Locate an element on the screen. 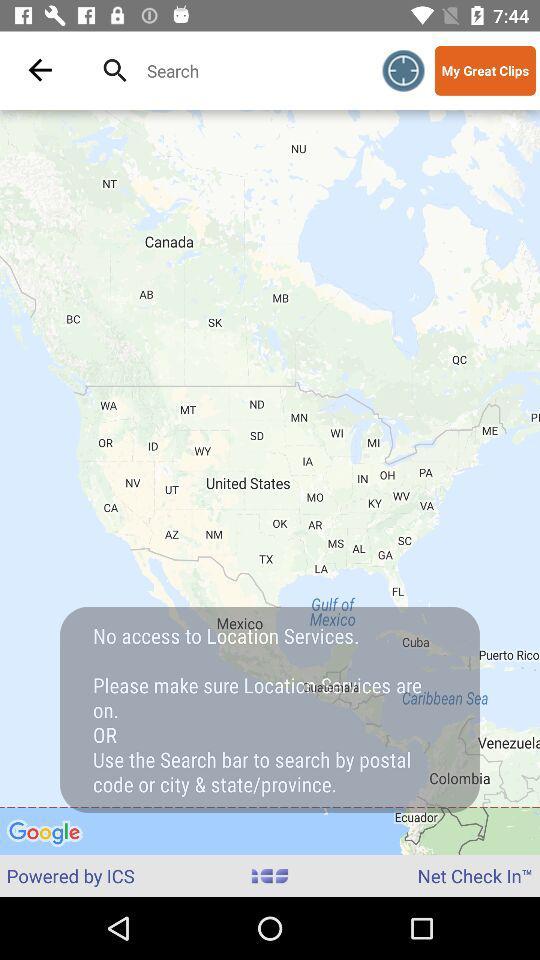  map is located at coordinates (248, 70).